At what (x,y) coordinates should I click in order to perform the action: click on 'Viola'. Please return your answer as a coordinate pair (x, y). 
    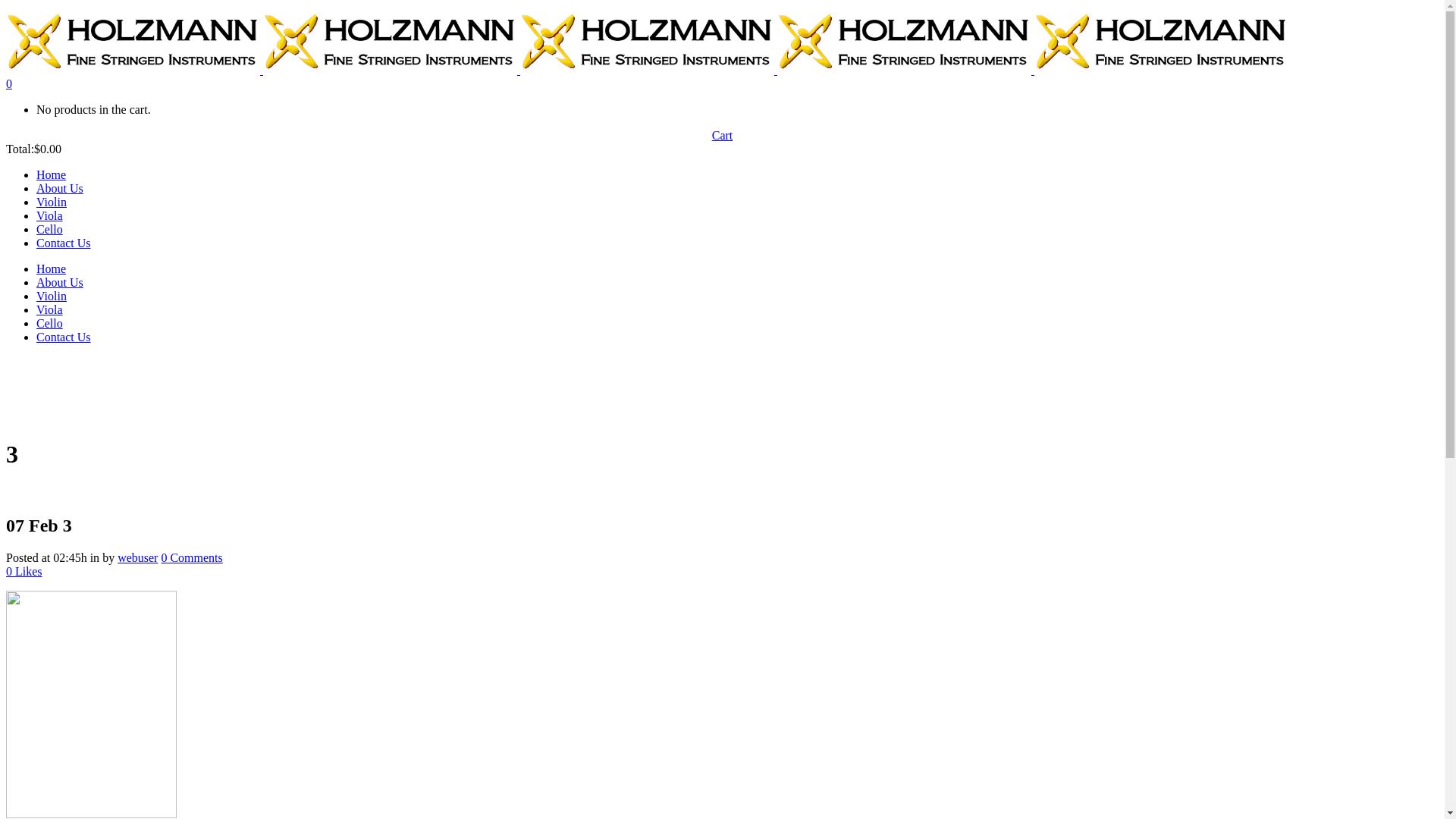
    Looking at the image, I should click on (49, 215).